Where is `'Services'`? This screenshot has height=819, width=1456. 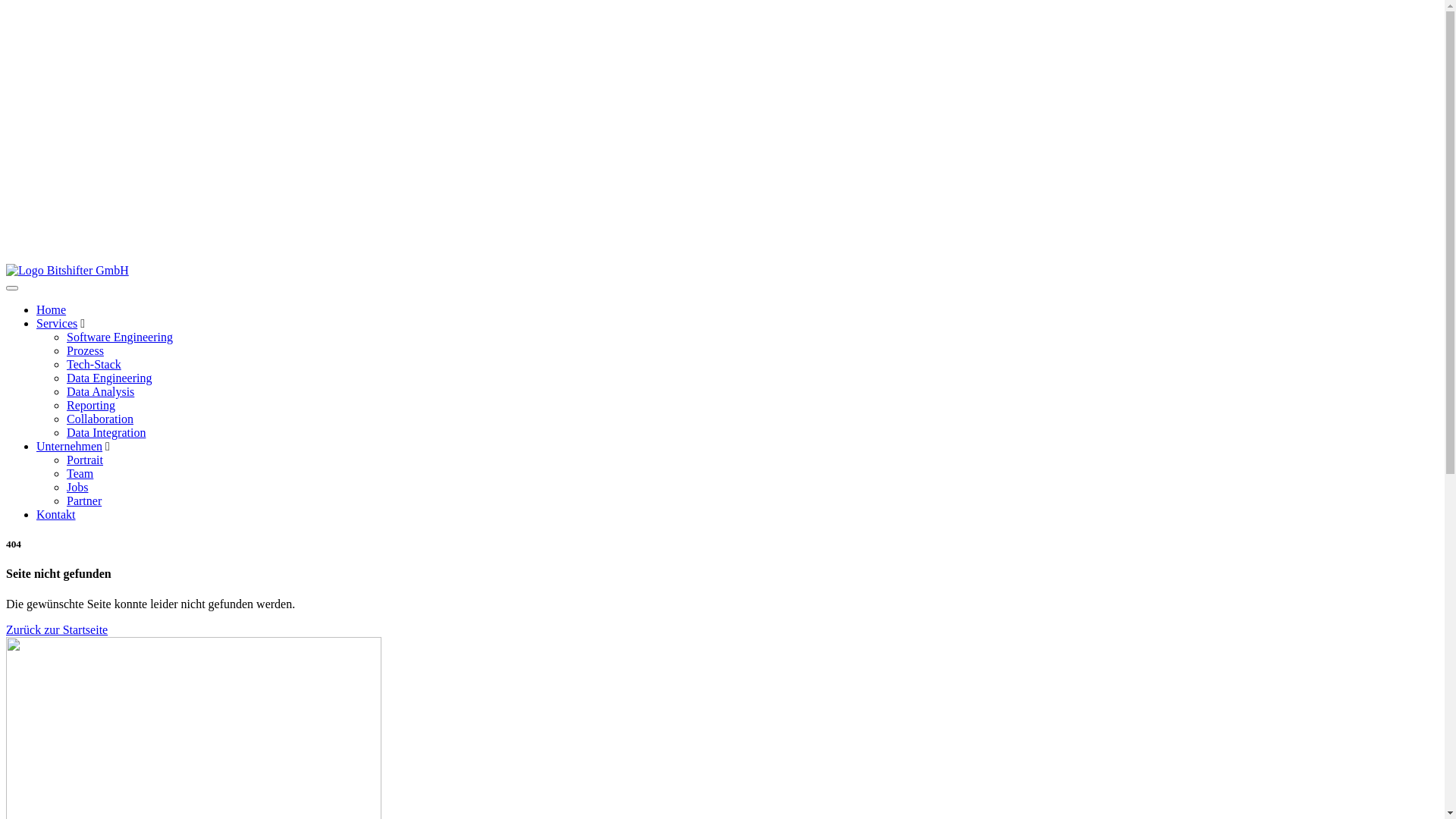 'Services' is located at coordinates (57, 322).